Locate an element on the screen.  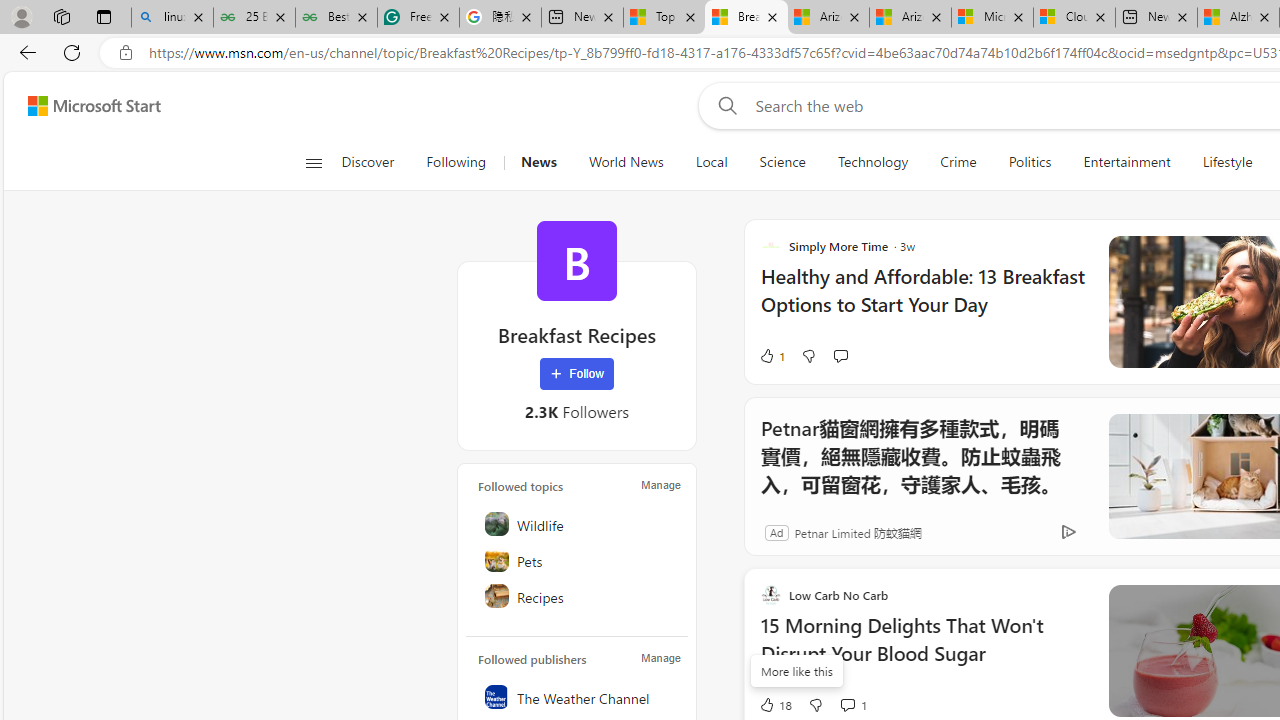
'Skip to footer' is located at coordinates (81, 105).